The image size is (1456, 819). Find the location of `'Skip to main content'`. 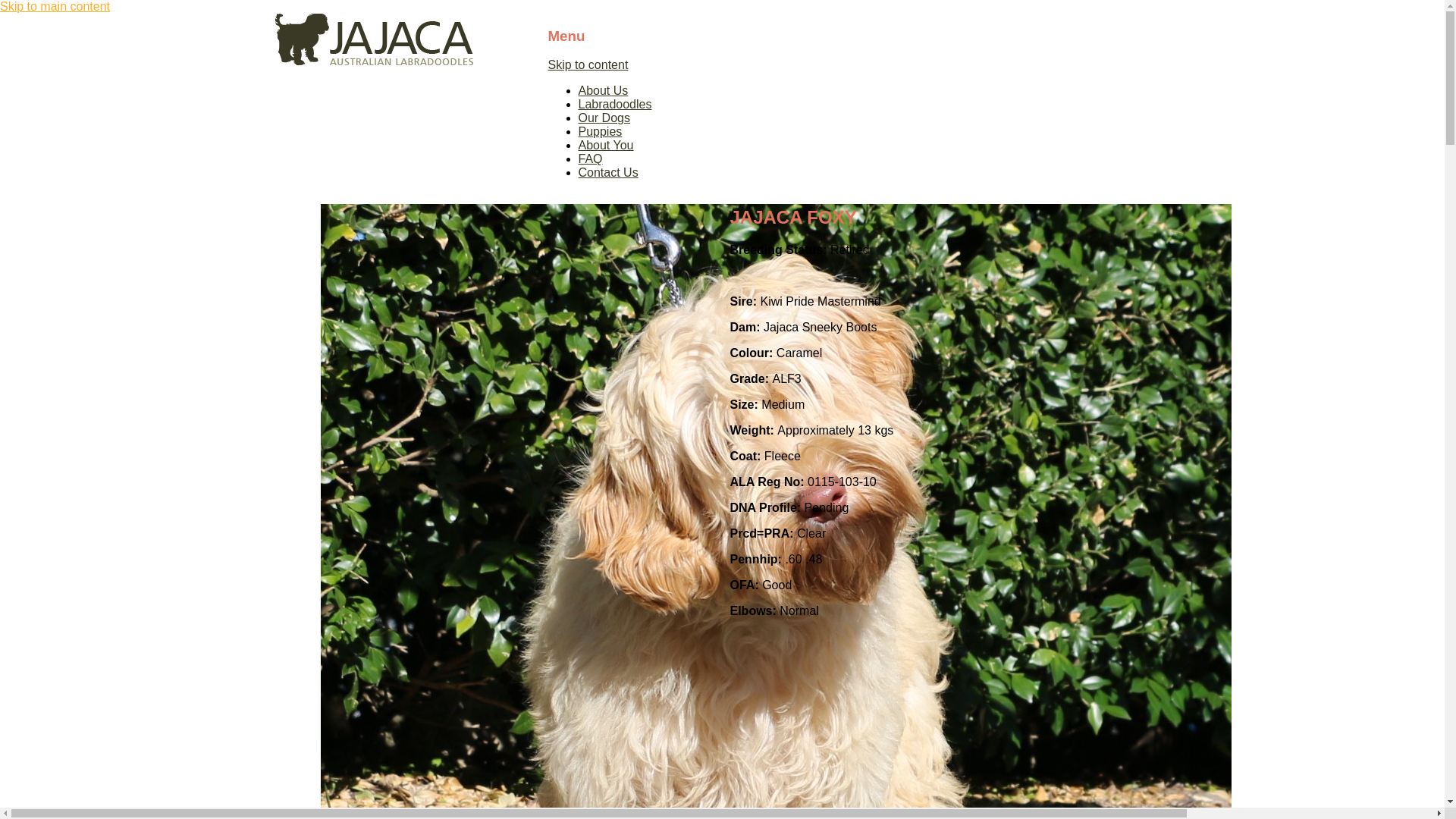

'Skip to main content' is located at coordinates (0, 6).